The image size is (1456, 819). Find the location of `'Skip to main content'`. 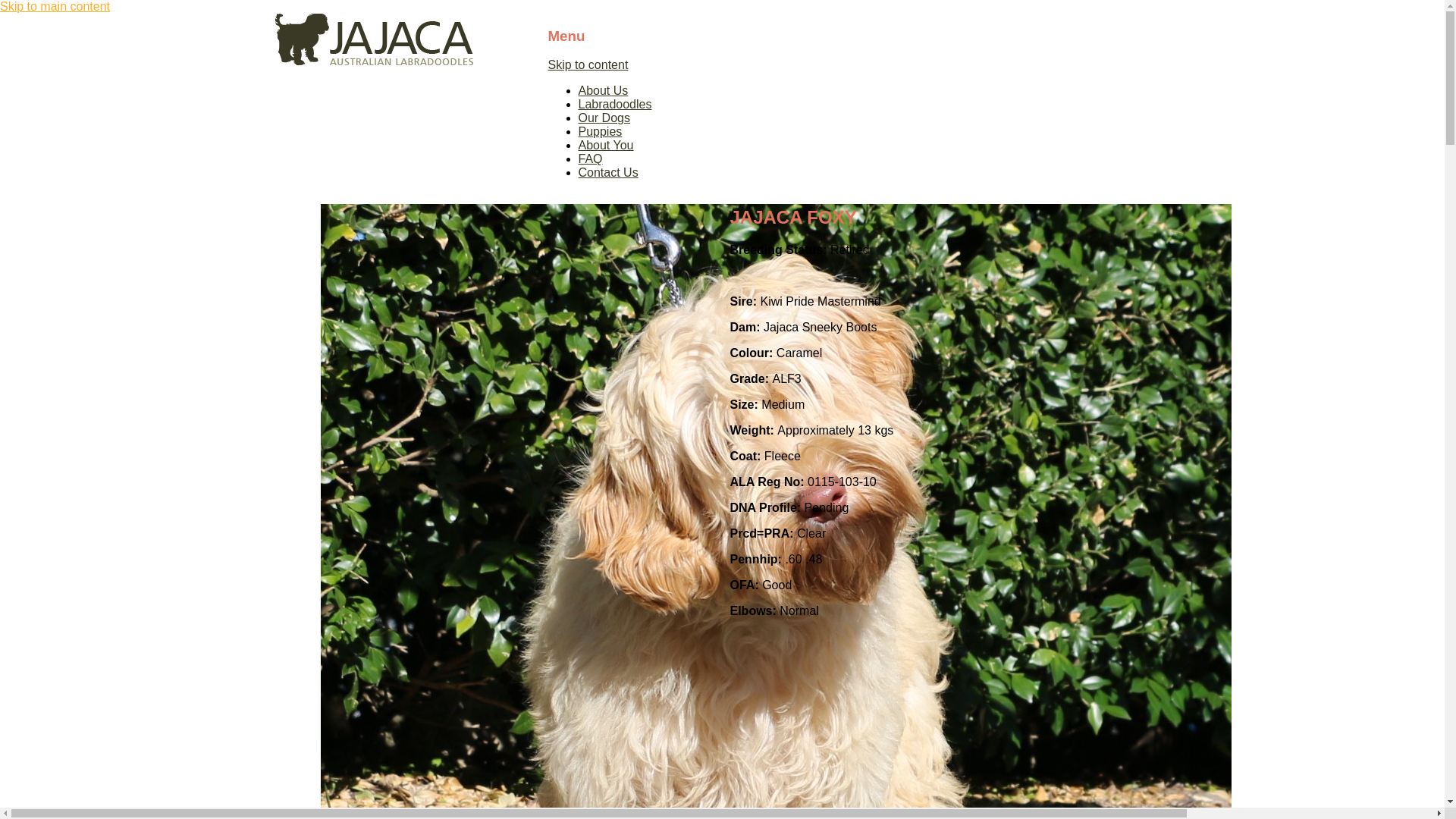

'Skip to main content' is located at coordinates (0, 6).